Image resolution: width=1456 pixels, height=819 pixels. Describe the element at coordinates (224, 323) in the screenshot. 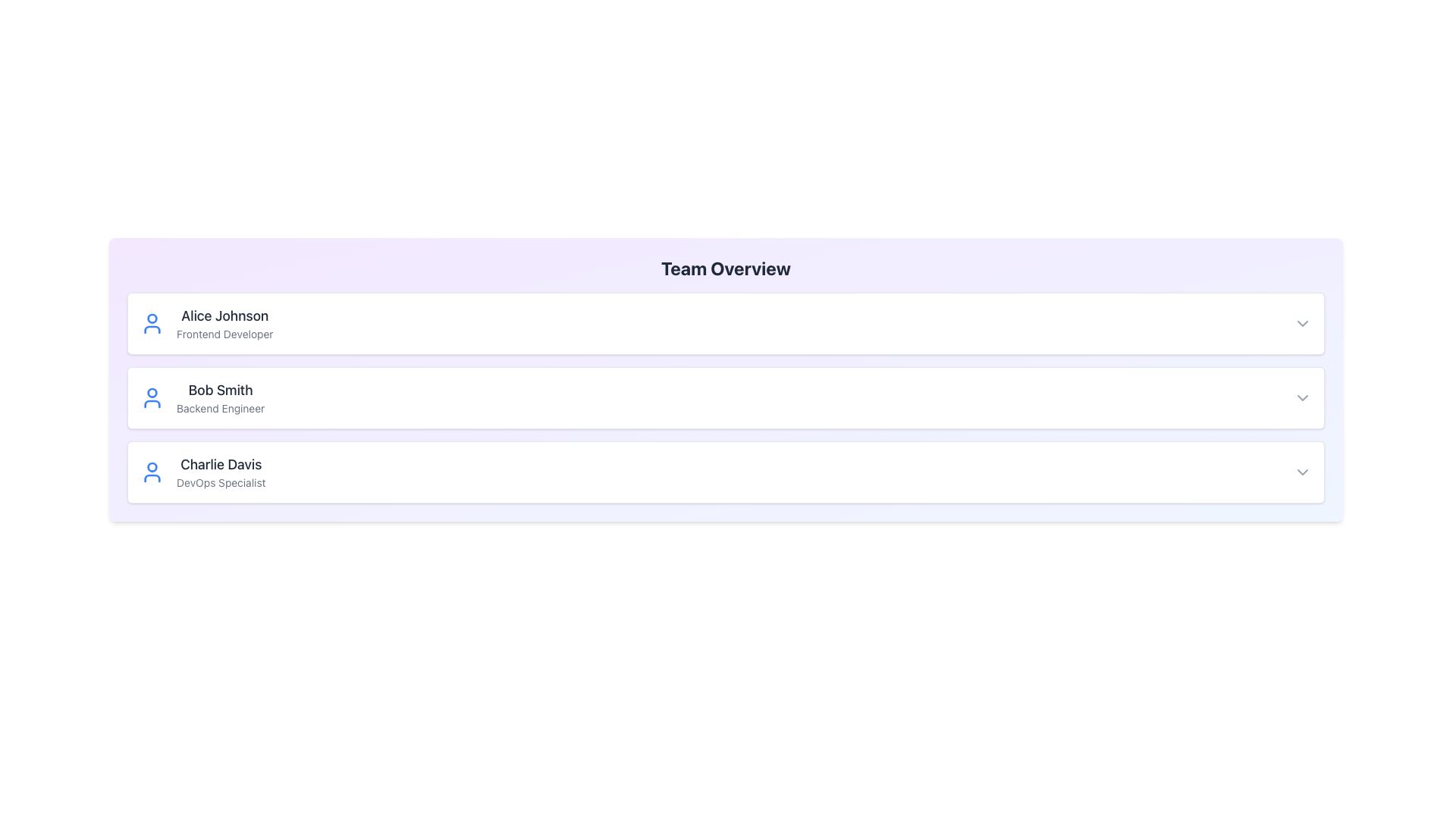

I see `the text element displaying the user's name and job title, located in the upper part of a vertical list, next to the user avatar icon` at that location.